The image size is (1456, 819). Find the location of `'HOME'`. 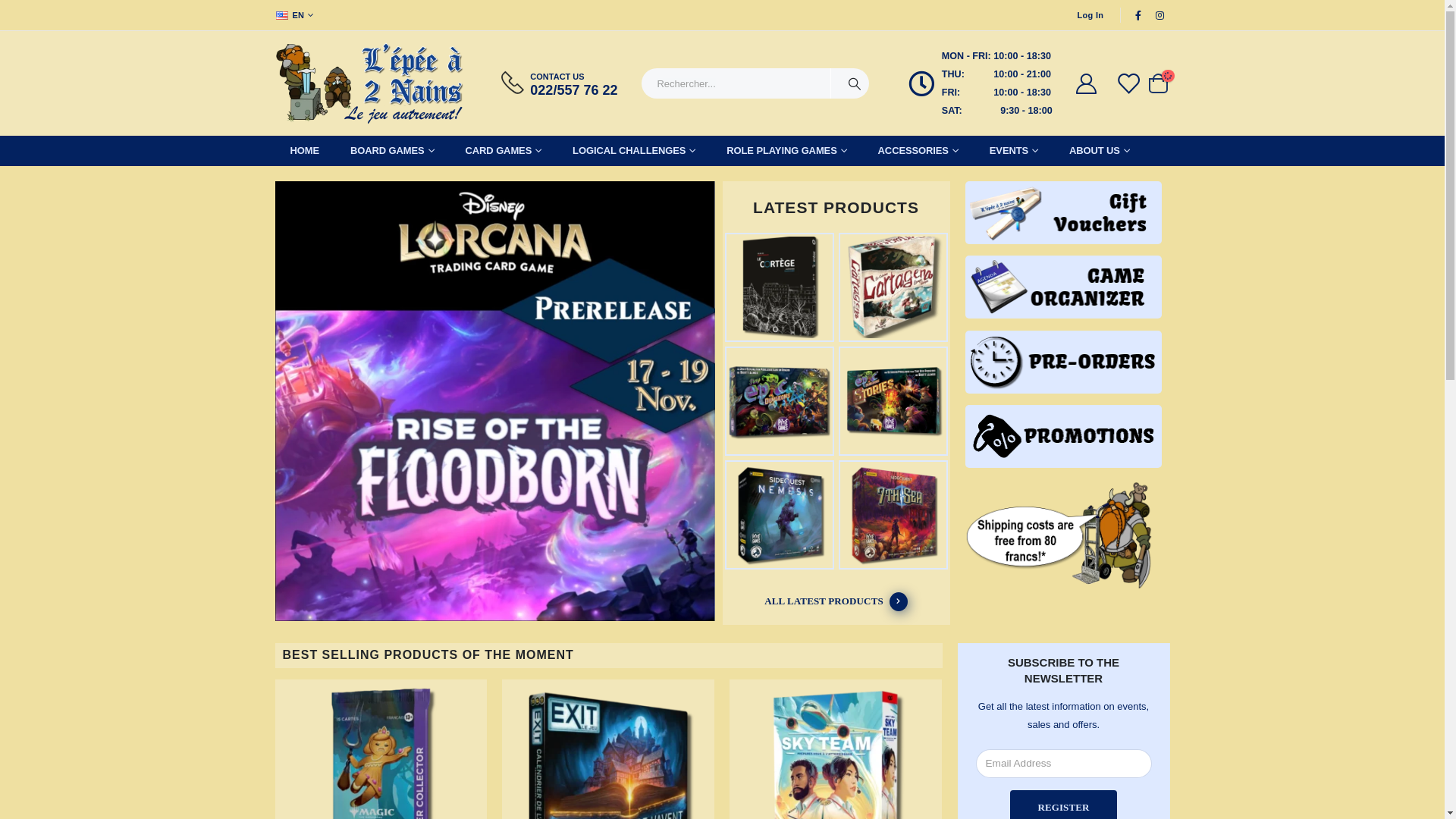

'HOME' is located at coordinates (303, 151).